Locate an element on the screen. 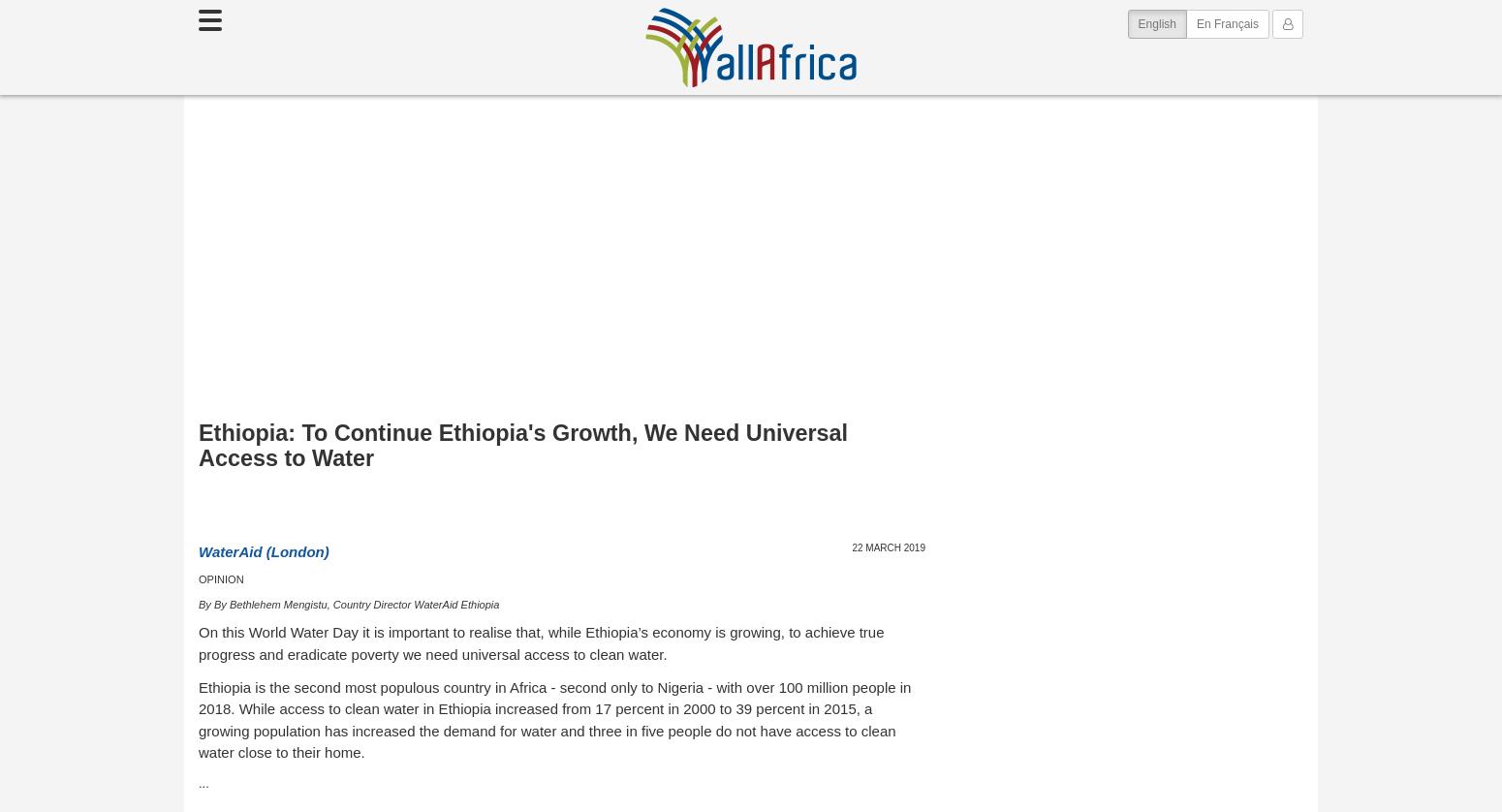 This screenshot has height=812, width=1502. 'Ethiopia: To Continue Ethiopia's Growth, We Need Universal Access to Water' is located at coordinates (522, 445).